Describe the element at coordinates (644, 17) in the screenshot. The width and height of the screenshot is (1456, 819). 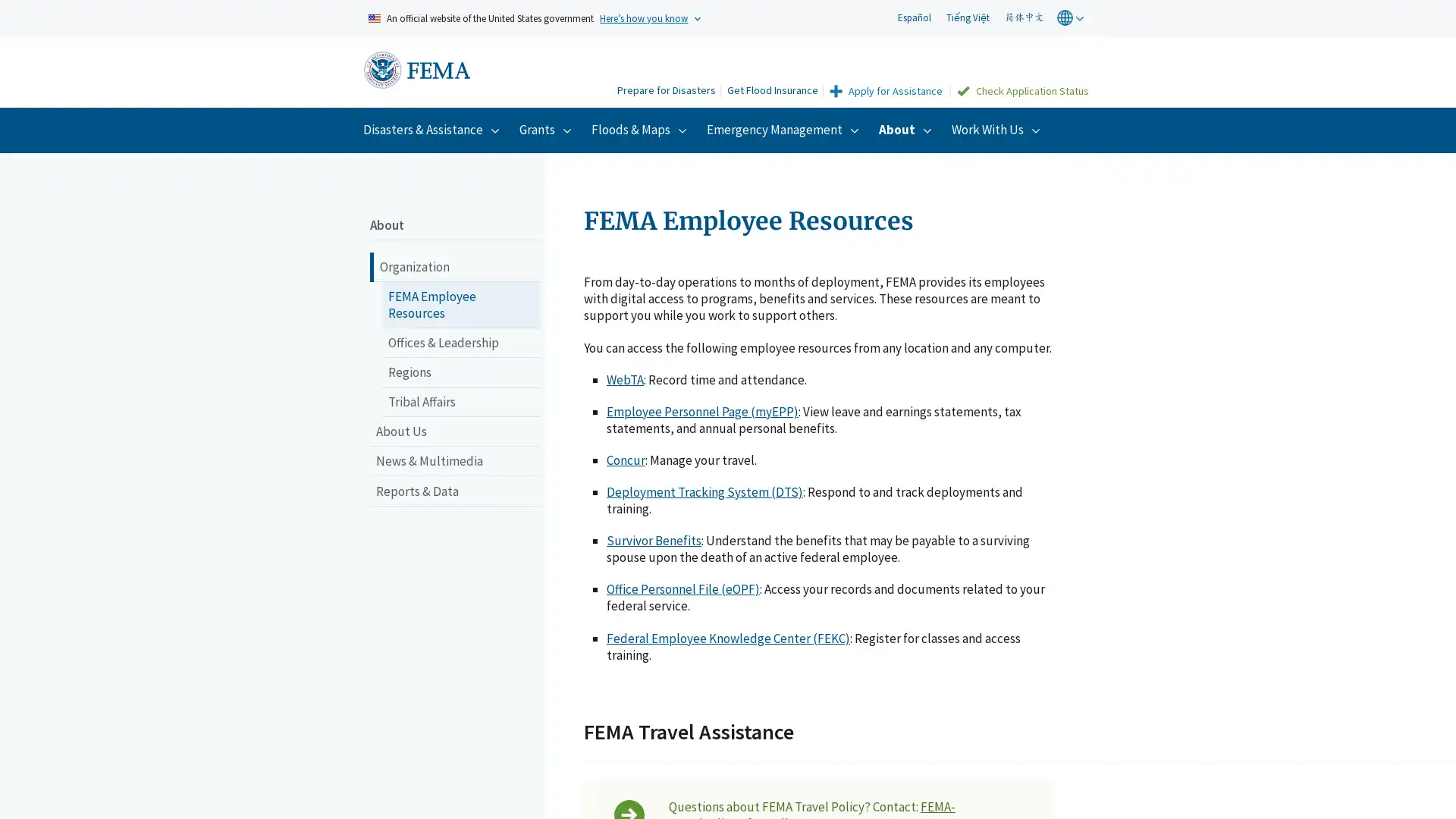
I see `Heres how you know` at that location.